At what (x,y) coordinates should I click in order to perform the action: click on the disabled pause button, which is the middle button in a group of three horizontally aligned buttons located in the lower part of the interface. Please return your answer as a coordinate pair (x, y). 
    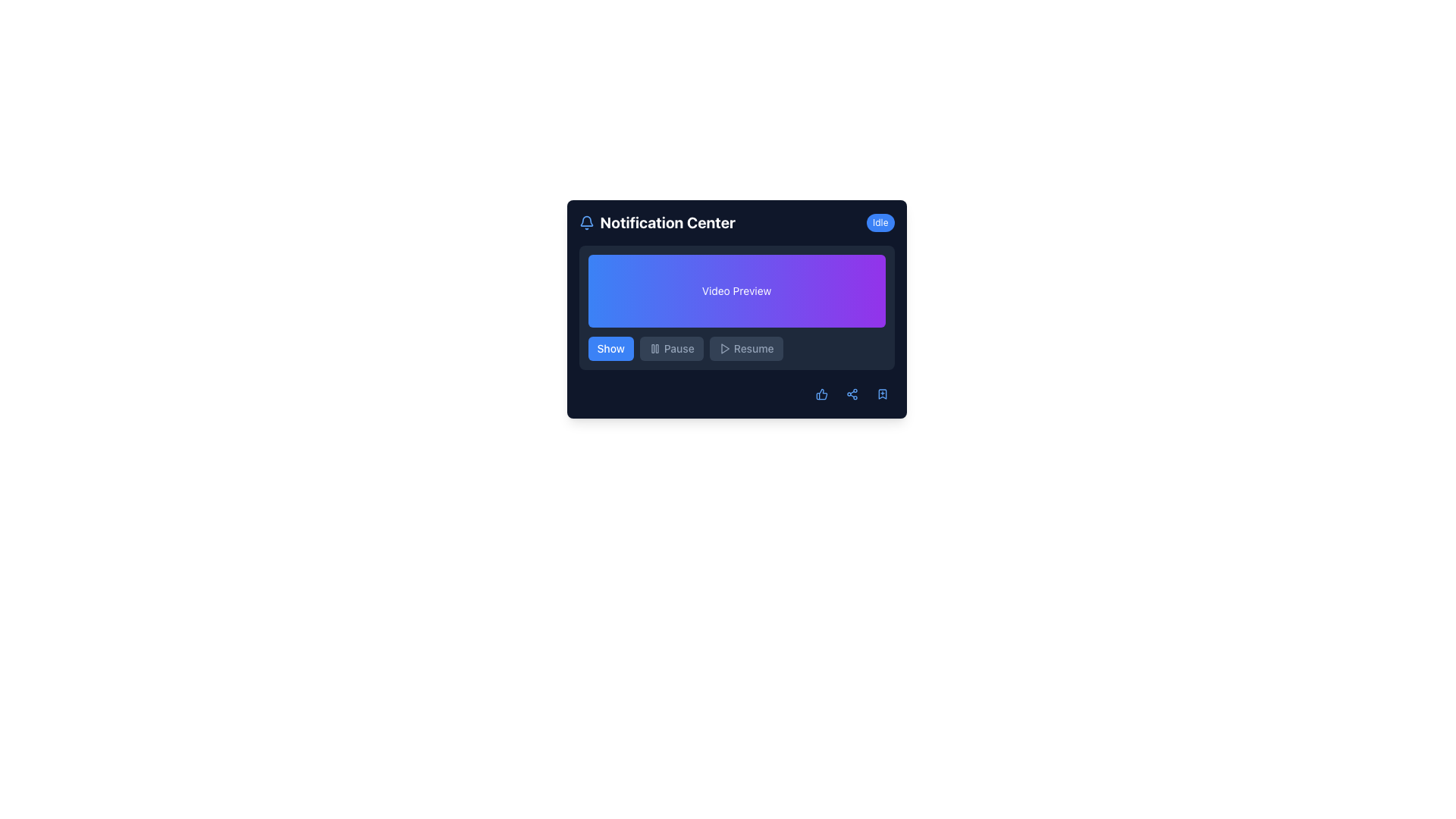
    Looking at the image, I should click on (670, 348).